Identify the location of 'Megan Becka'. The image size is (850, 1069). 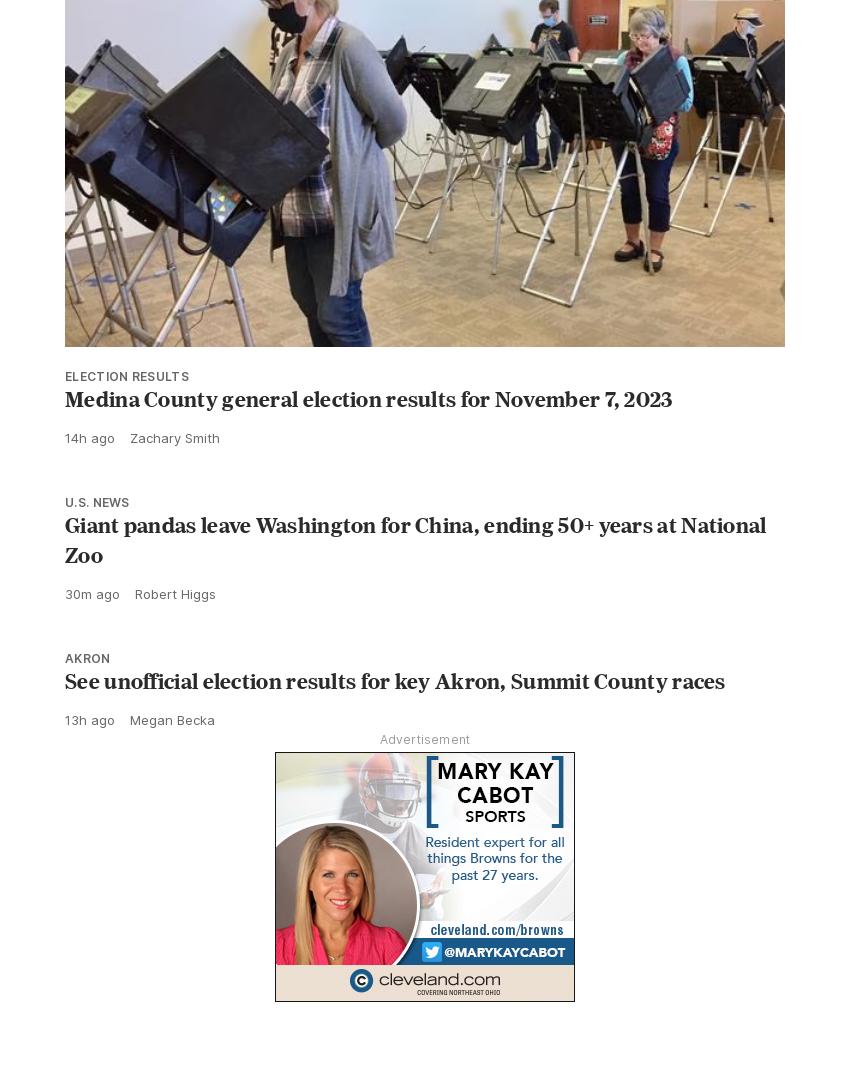
(171, 718).